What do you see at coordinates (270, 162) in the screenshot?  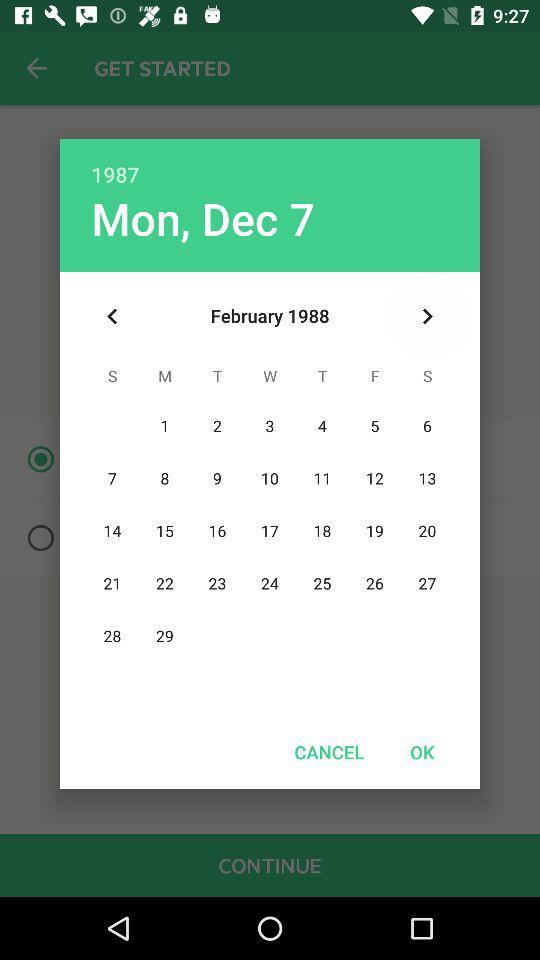 I see `the 1987 icon` at bounding box center [270, 162].